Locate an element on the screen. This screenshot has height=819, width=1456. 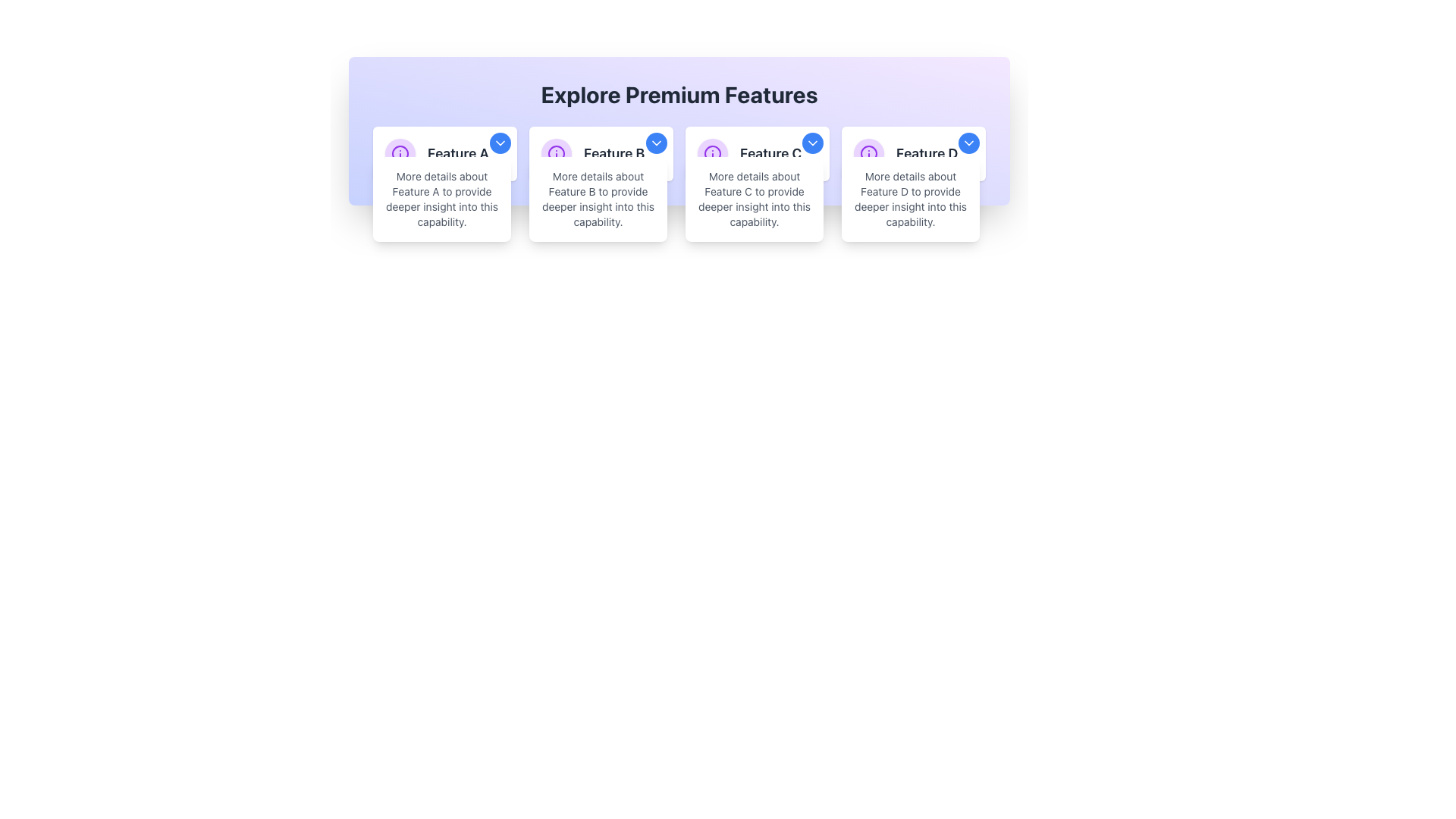
the card with a white background and rounded corners containing the 'Feature A' text and a blue button at the top right corner is located at coordinates (444, 154).